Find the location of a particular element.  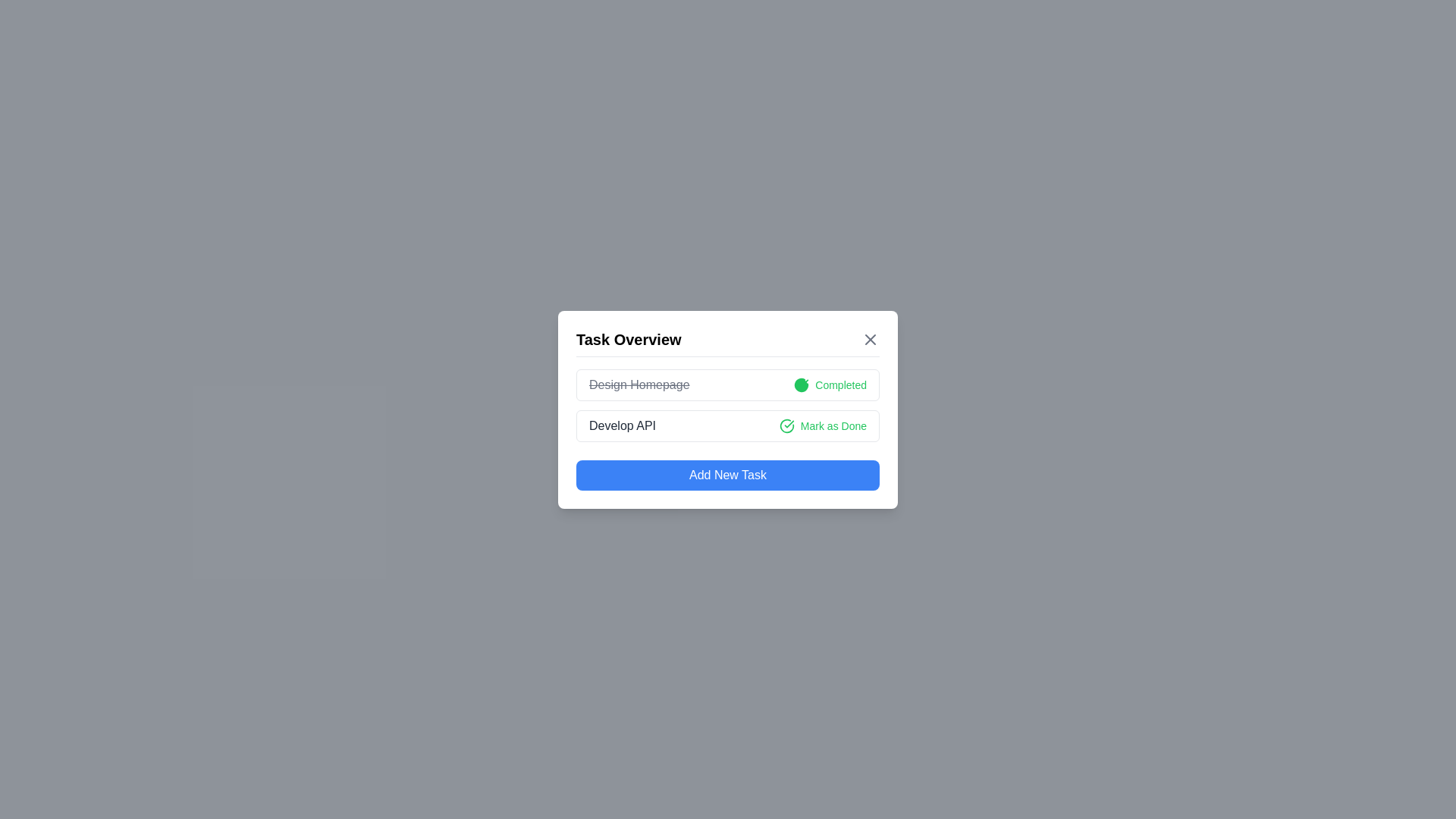

the Static Text Label indicating the status of the task item 'Design Homepage' that shows 'Completed' is located at coordinates (840, 384).